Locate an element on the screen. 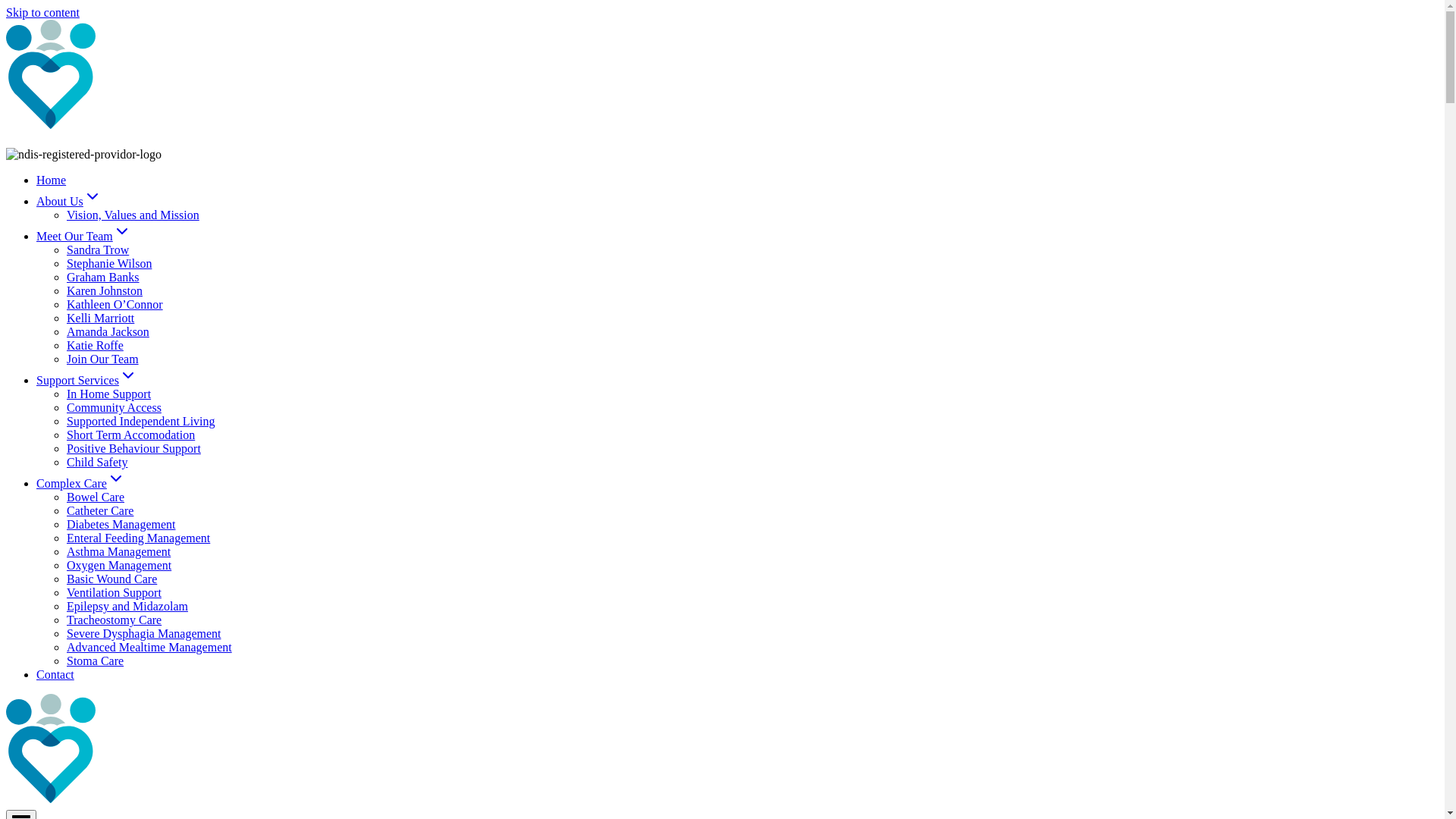 This screenshot has height=819, width=1456. 'Inclusive Support Service logo - white text' is located at coordinates (182, 749).